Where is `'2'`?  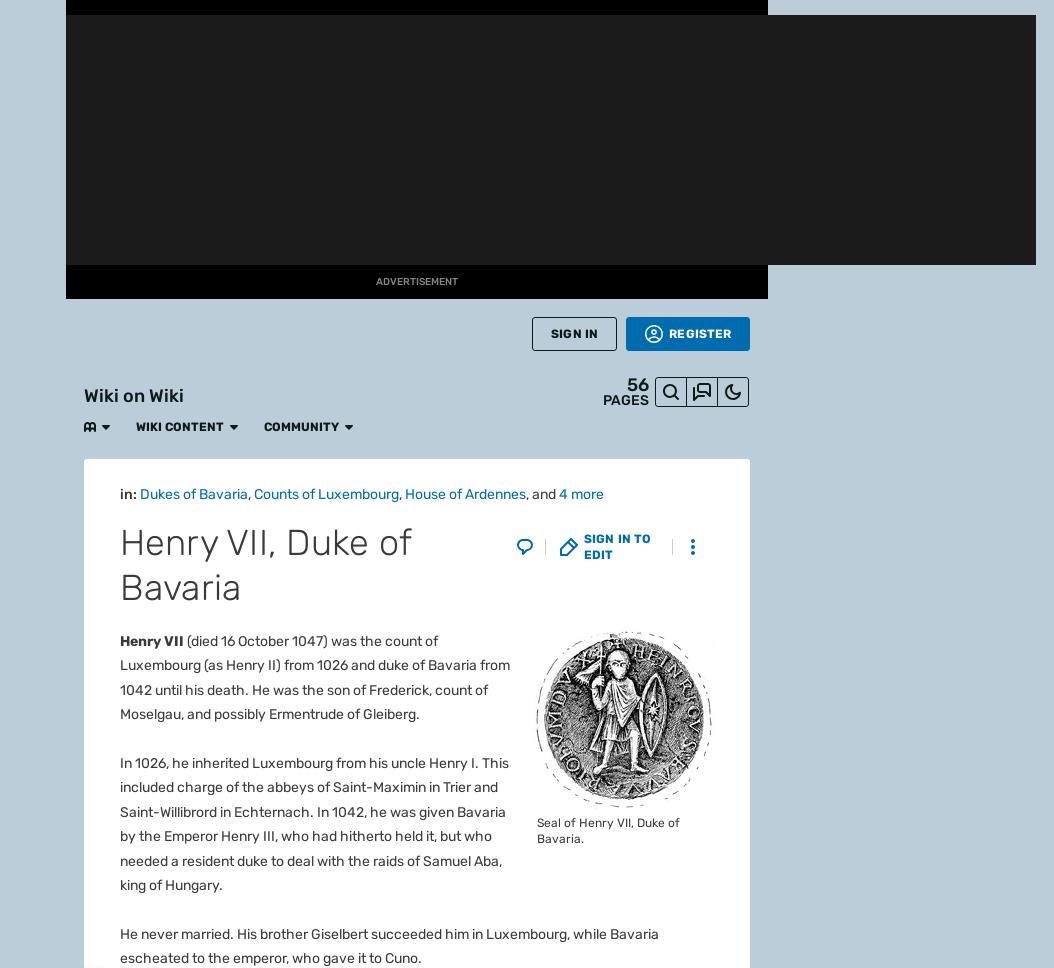
'2' is located at coordinates (150, 226).